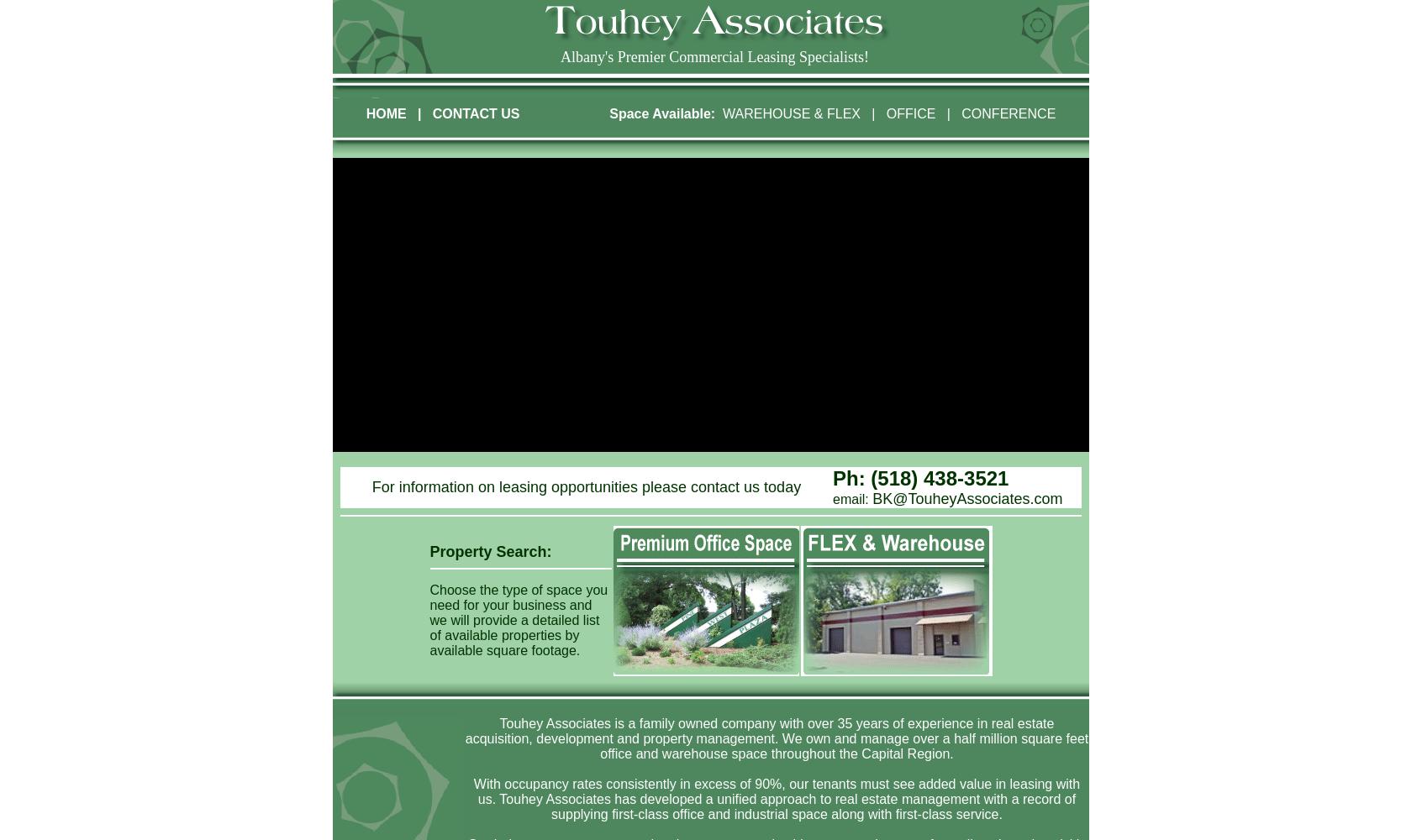  I want to click on '& FLEX', so click(809, 113).